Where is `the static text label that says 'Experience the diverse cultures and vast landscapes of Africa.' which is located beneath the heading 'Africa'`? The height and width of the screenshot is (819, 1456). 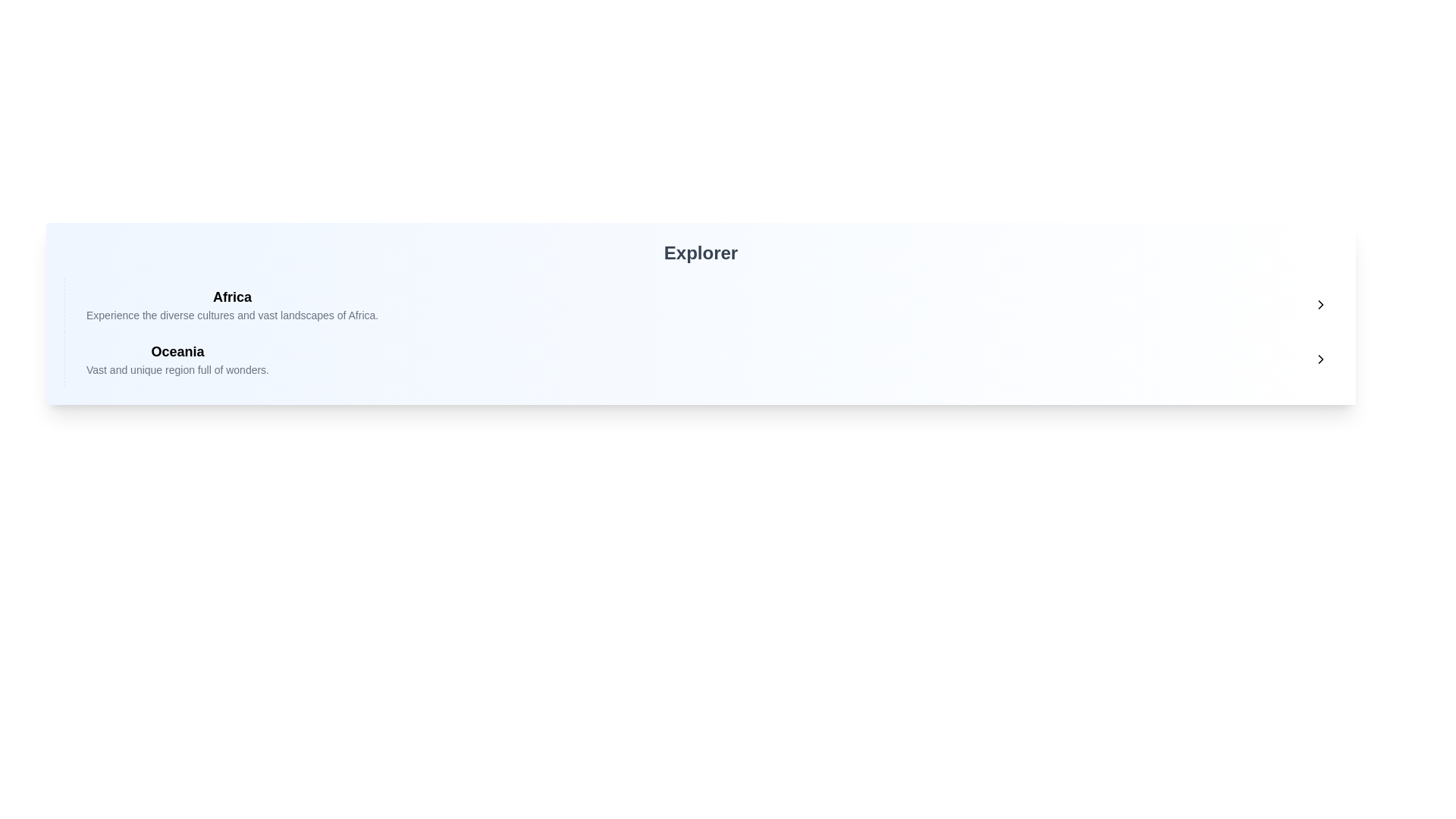 the static text label that says 'Experience the diverse cultures and vast landscapes of Africa.' which is located beneath the heading 'Africa' is located at coordinates (231, 315).